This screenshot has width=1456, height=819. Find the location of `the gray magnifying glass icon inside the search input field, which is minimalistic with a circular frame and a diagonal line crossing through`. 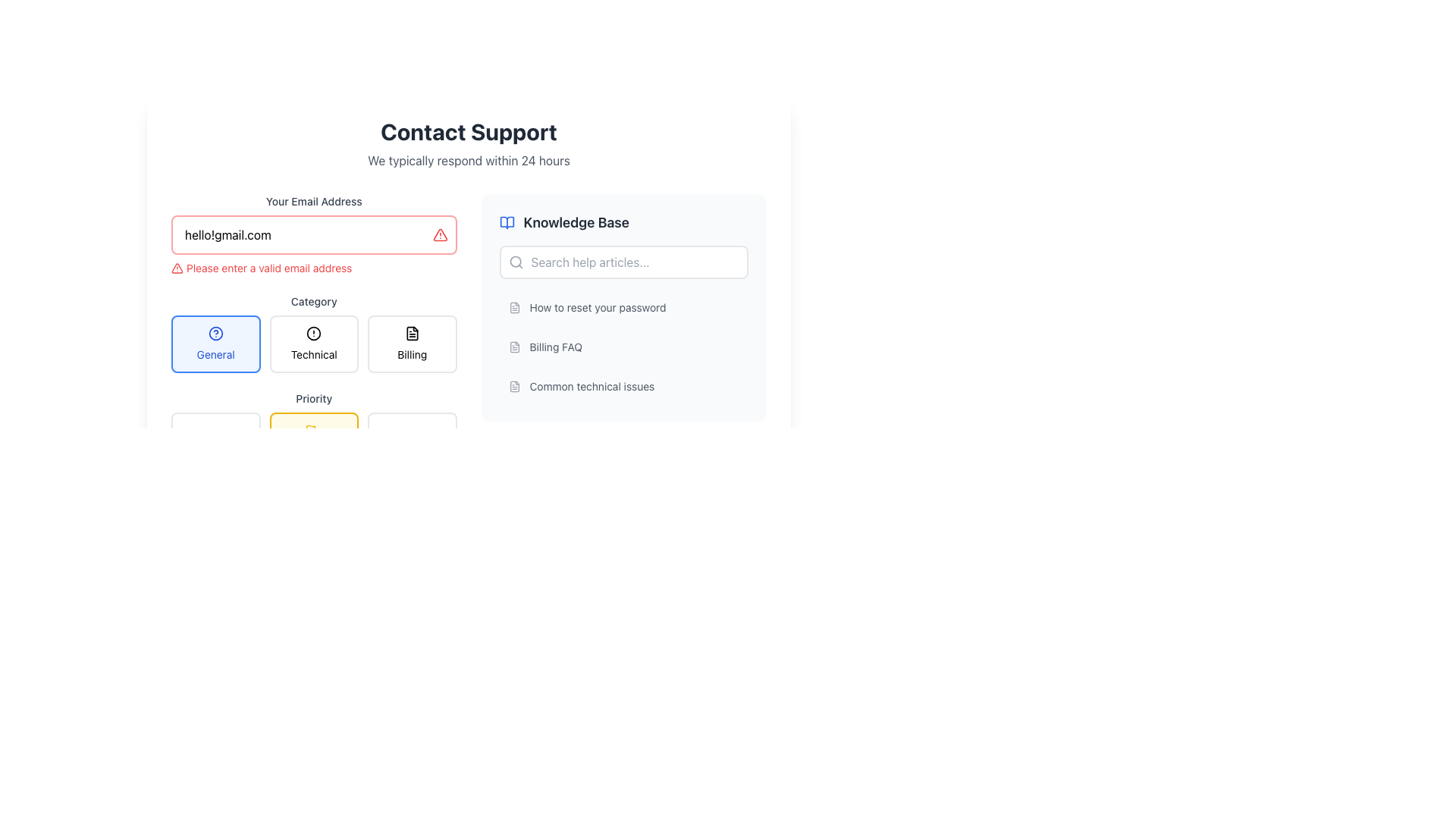

the gray magnifying glass icon inside the search input field, which is minimalistic with a circular frame and a diagonal line crossing through is located at coordinates (516, 262).